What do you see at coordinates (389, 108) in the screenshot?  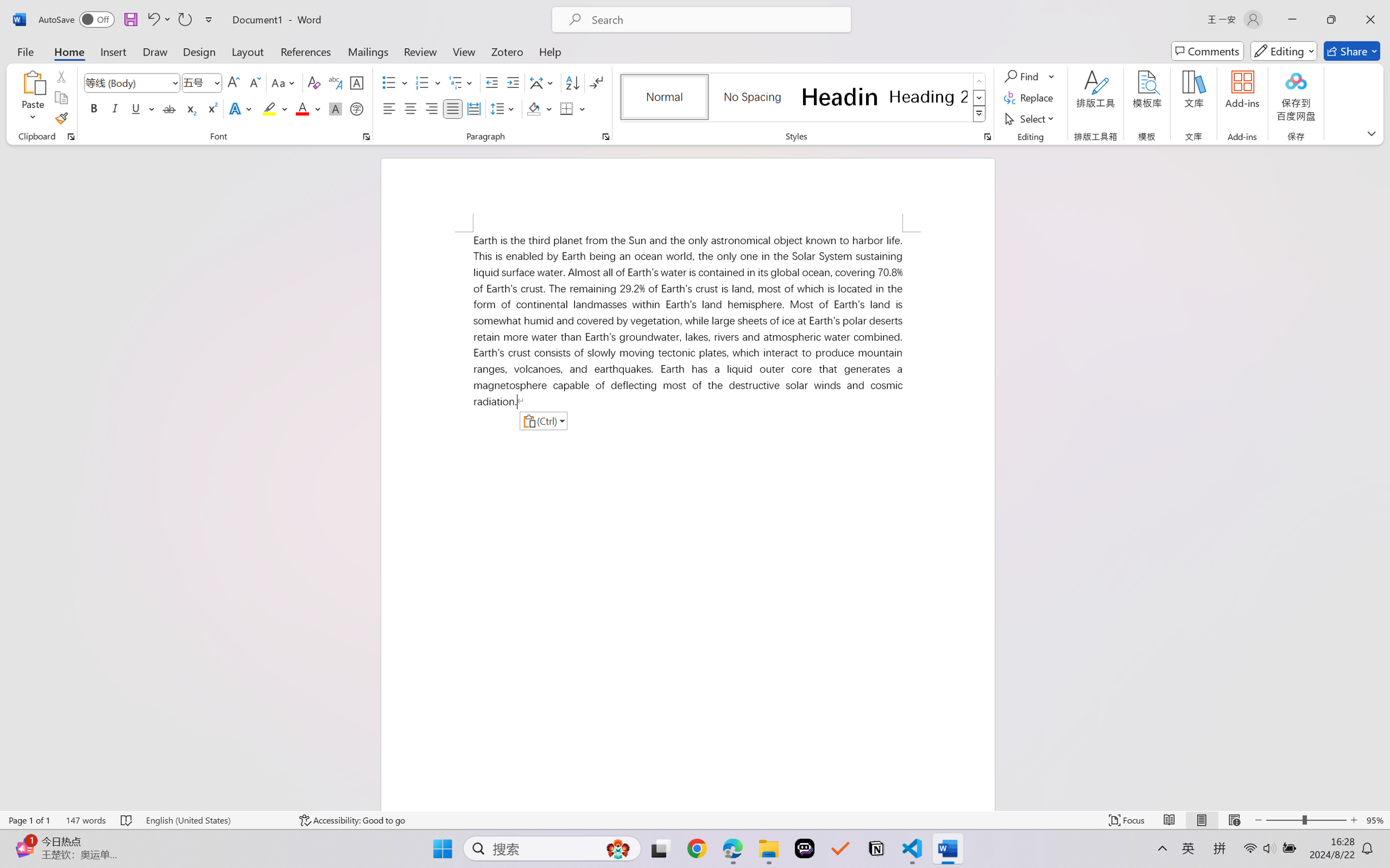 I see `'Align Left'` at bounding box center [389, 108].